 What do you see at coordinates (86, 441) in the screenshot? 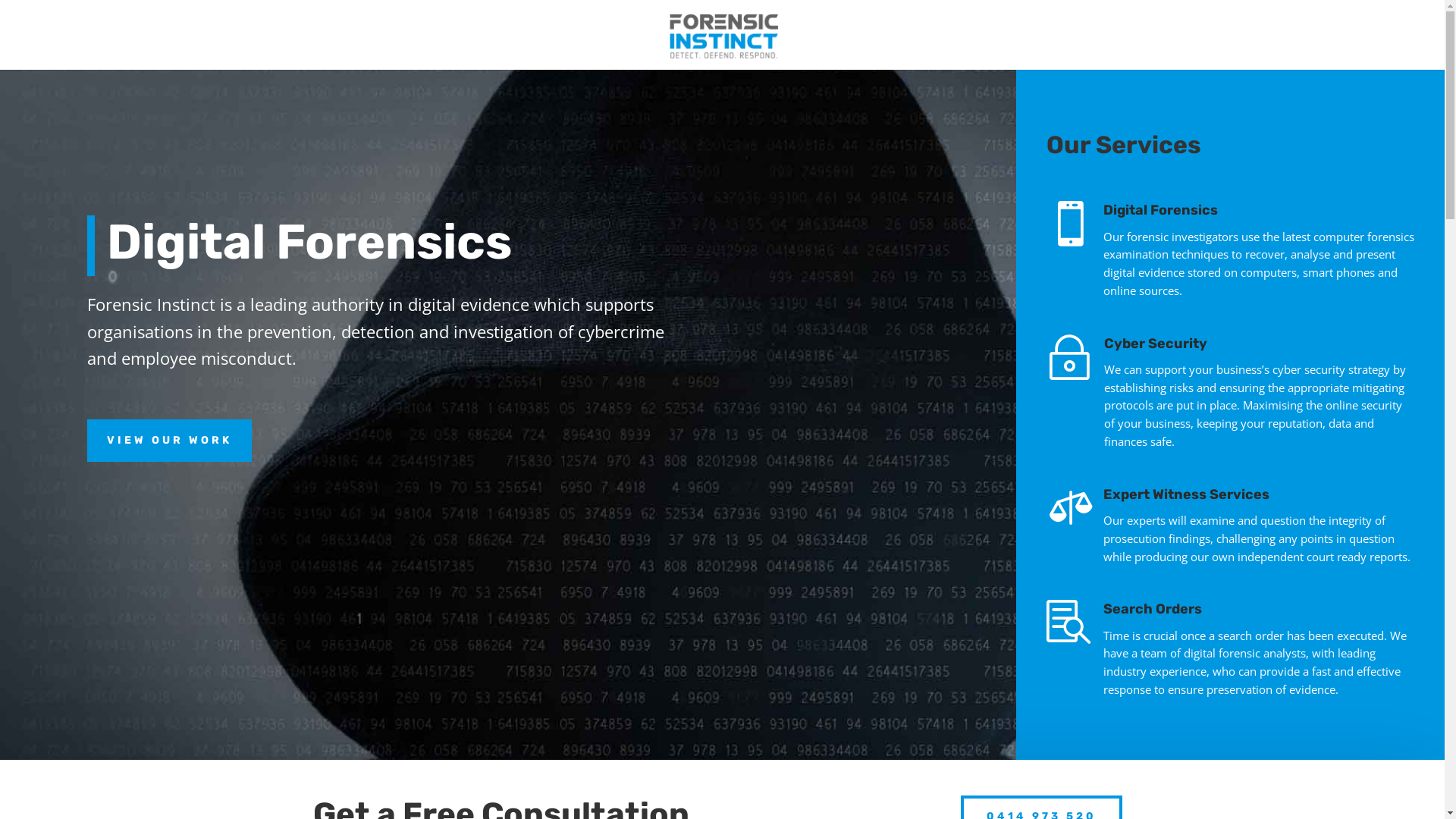
I see `'VIEW OUR WORK'` at bounding box center [86, 441].